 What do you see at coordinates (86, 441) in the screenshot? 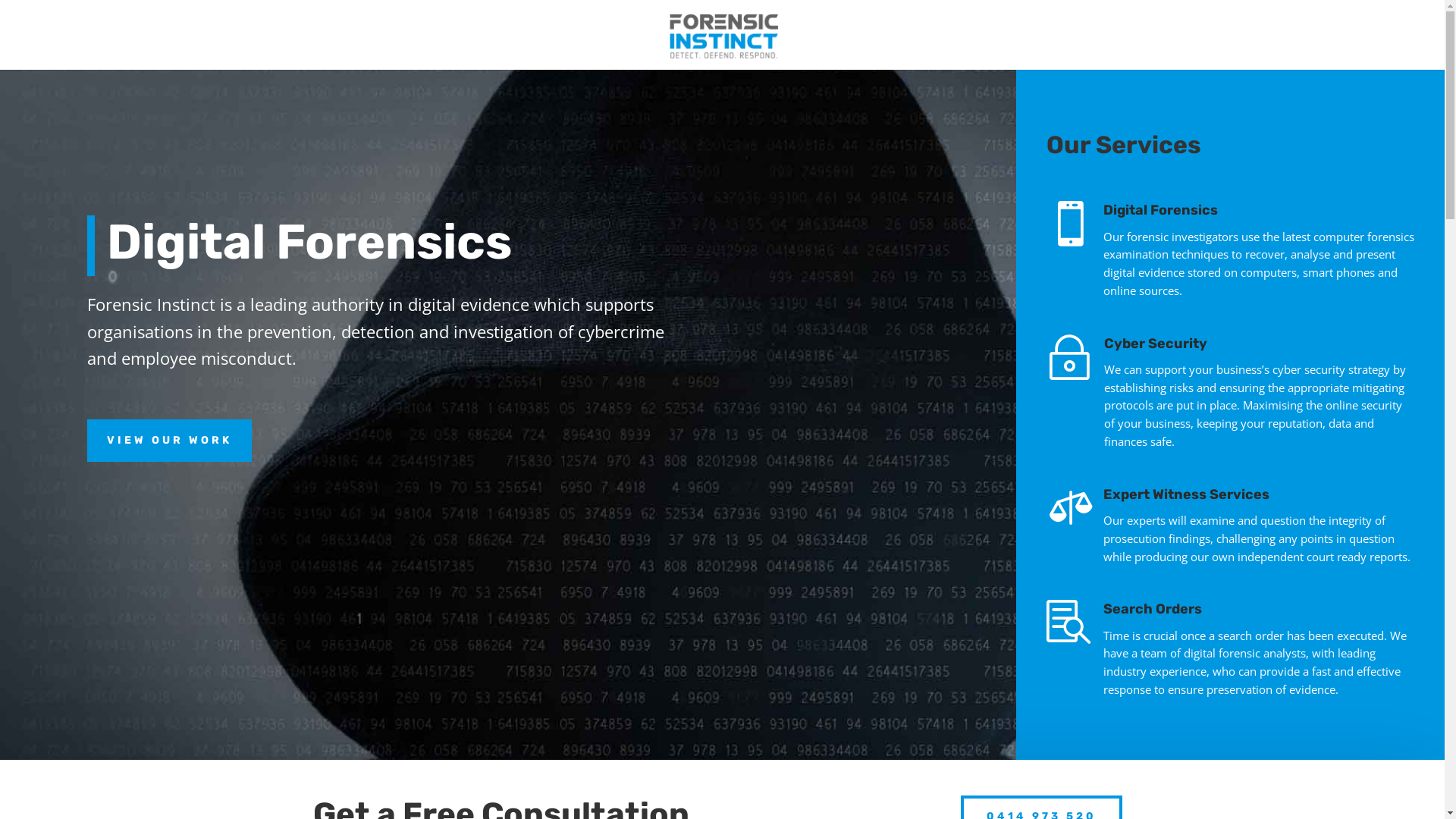
I see `'VIEW OUR WORK'` at bounding box center [86, 441].